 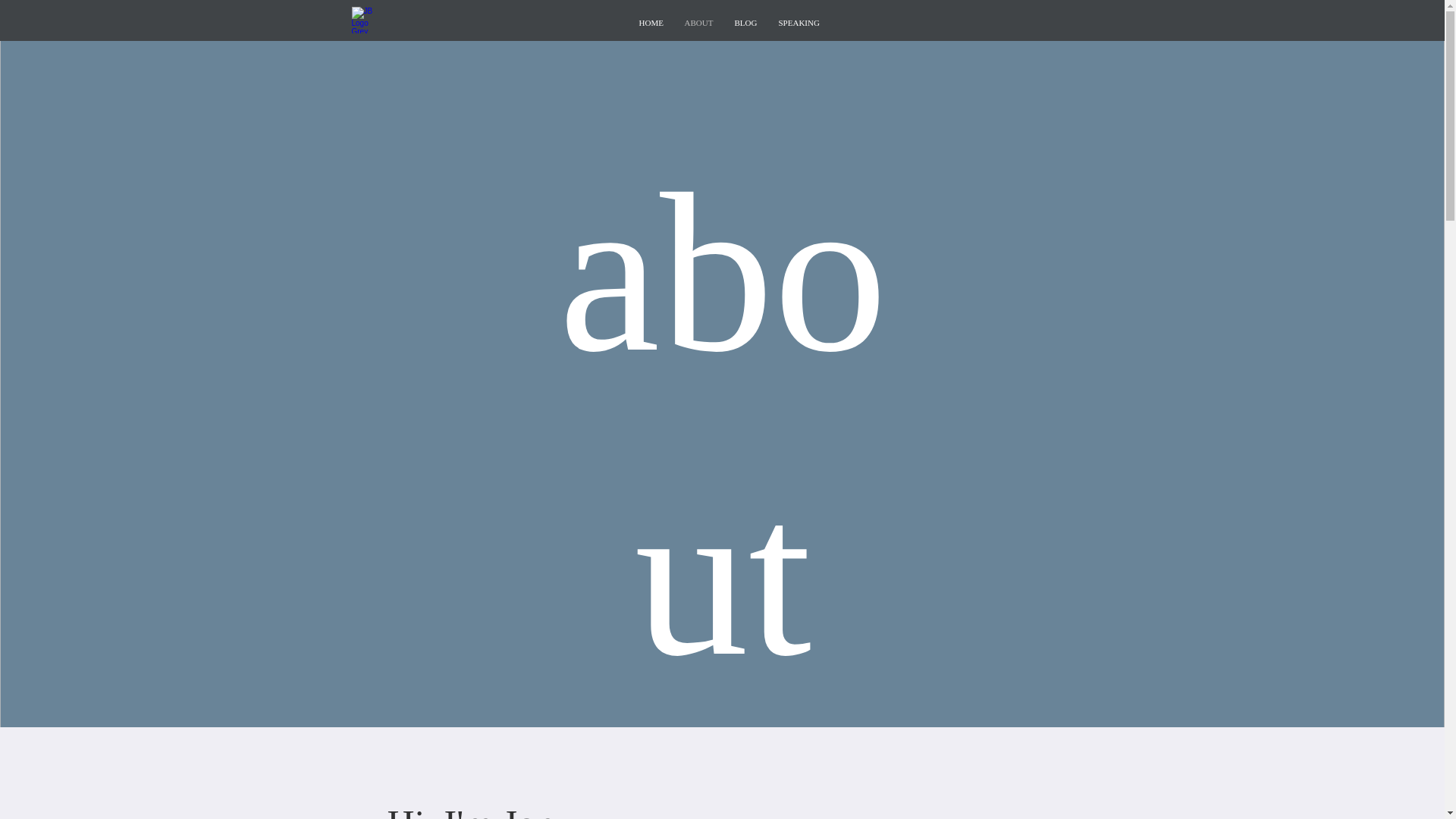 What do you see at coordinates (745, 23) in the screenshot?
I see `'BLOG'` at bounding box center [745, 23].